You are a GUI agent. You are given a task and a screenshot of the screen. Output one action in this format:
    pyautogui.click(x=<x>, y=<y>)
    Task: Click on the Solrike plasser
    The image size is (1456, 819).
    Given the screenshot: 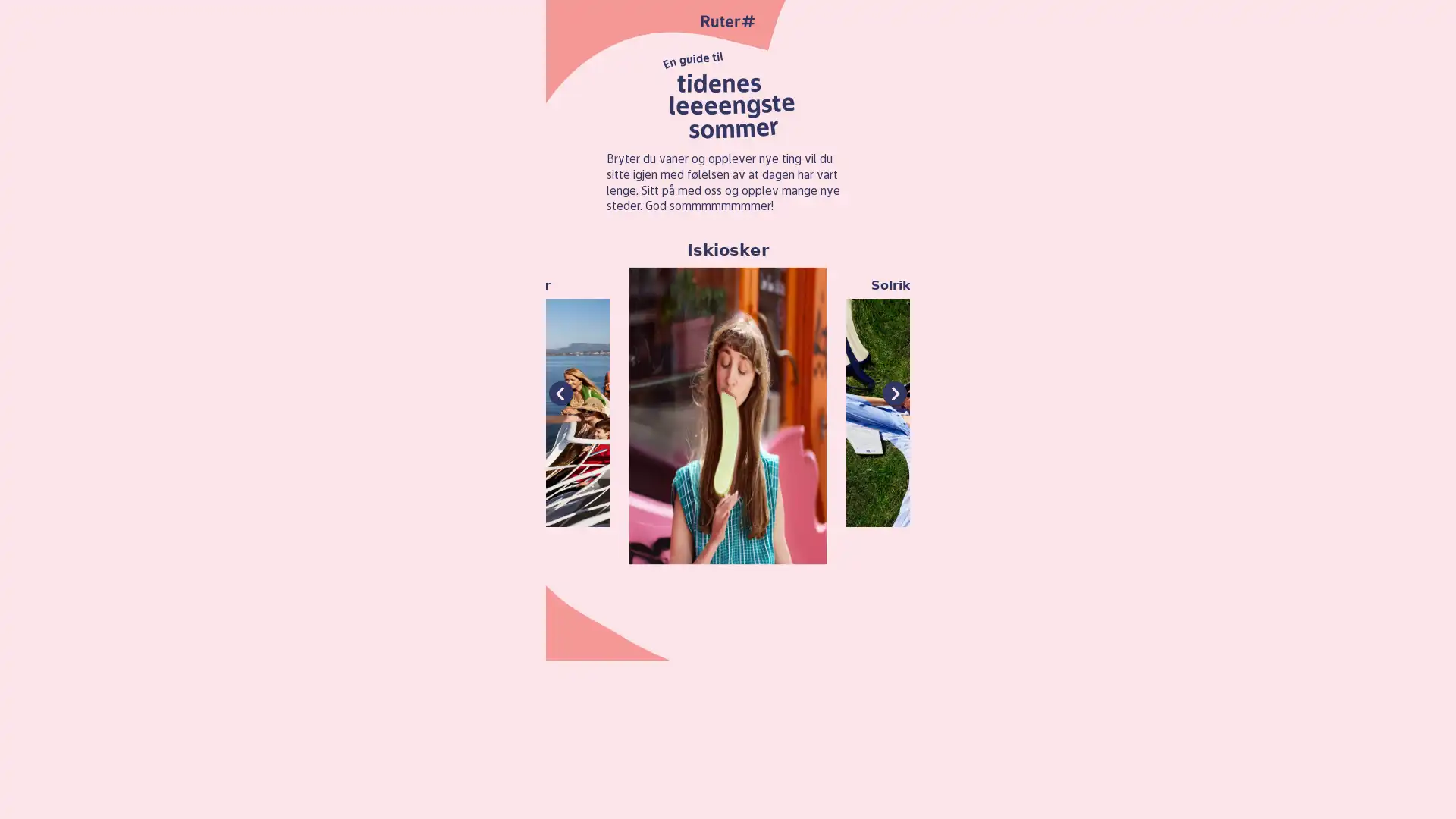 What is the action you would take?
    pyautogui.click(x=921, y=402)
    